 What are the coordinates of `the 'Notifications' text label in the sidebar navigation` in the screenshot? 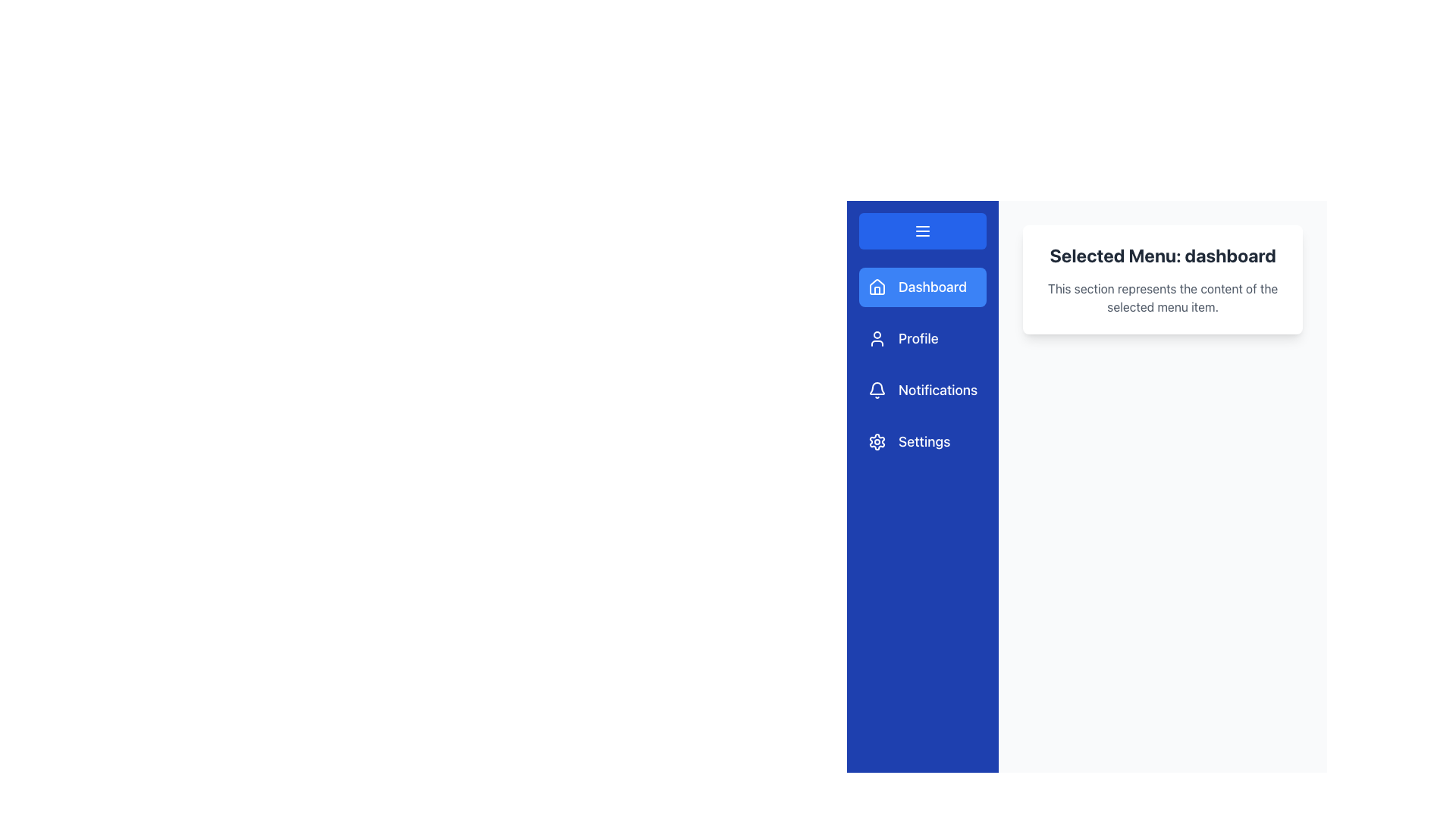 It's located at (937, 390).